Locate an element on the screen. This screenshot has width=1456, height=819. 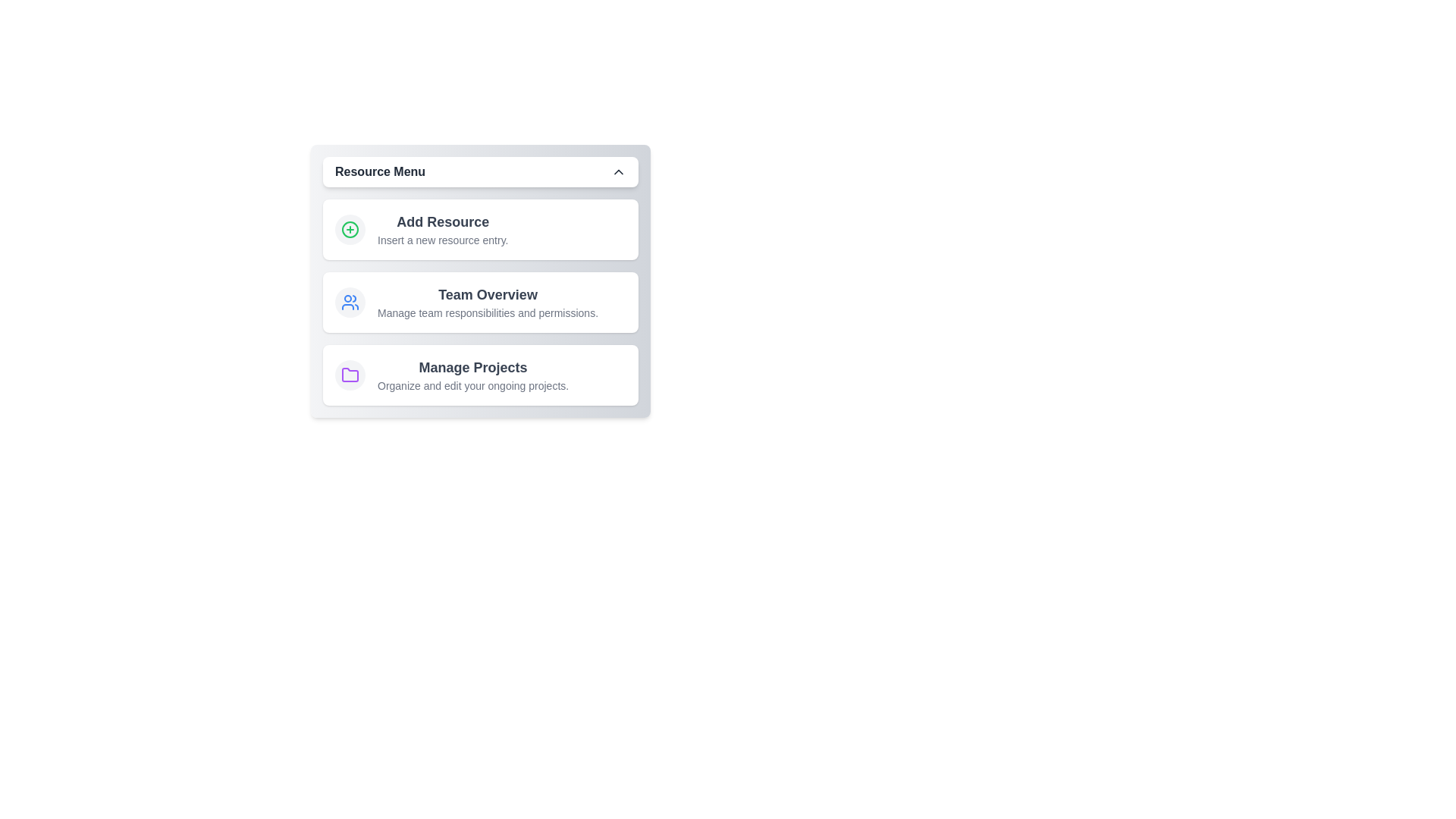
the 'Manage Projects' item in the menu is located at coordinates (479, 375).